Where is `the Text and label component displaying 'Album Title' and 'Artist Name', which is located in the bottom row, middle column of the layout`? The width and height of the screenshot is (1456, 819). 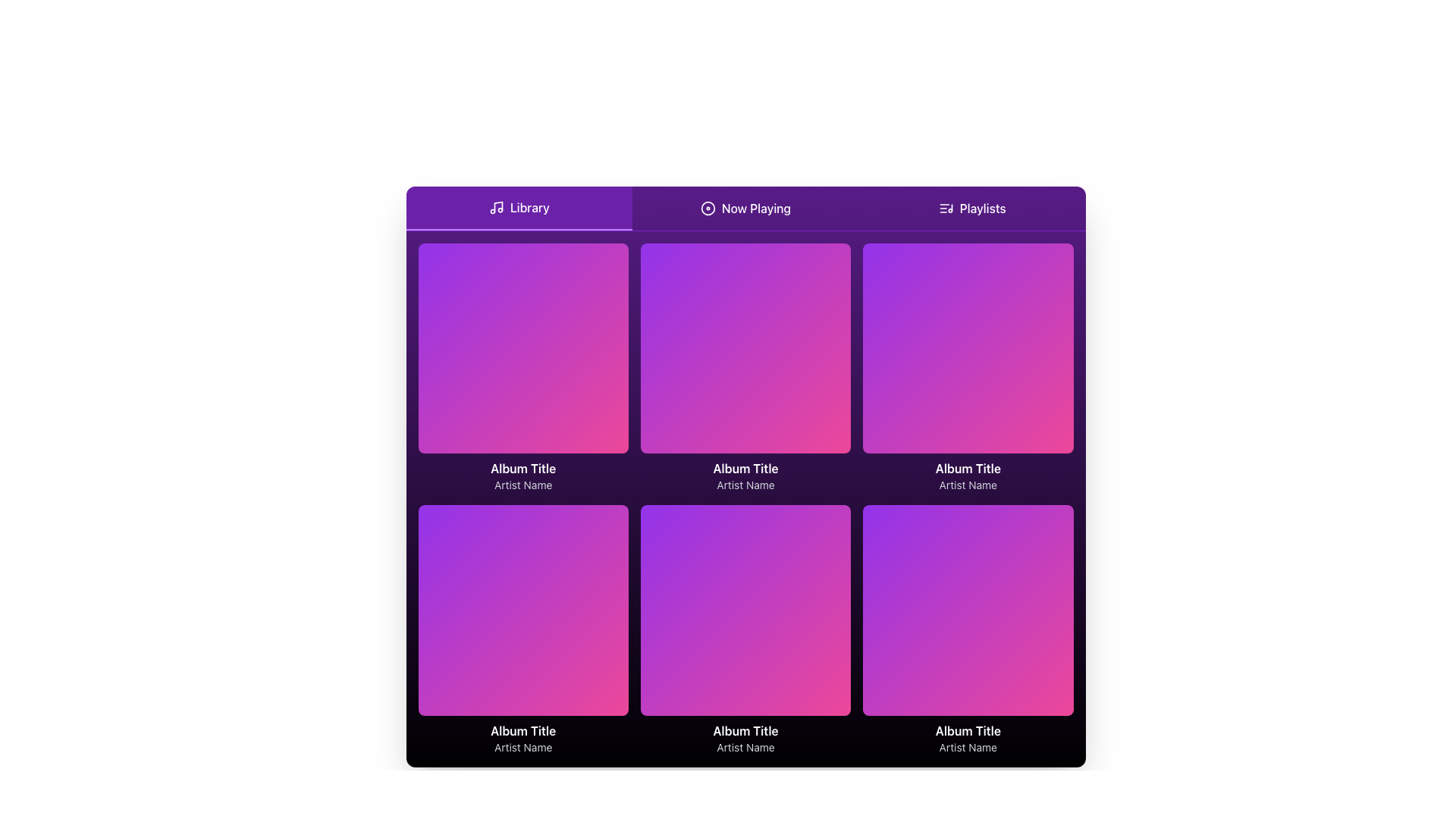
the Text and label component displaying 'Album Title' and 'Artist Name', which is located in the bottom row, middle column of the layout is located at coordinates (745, 737).